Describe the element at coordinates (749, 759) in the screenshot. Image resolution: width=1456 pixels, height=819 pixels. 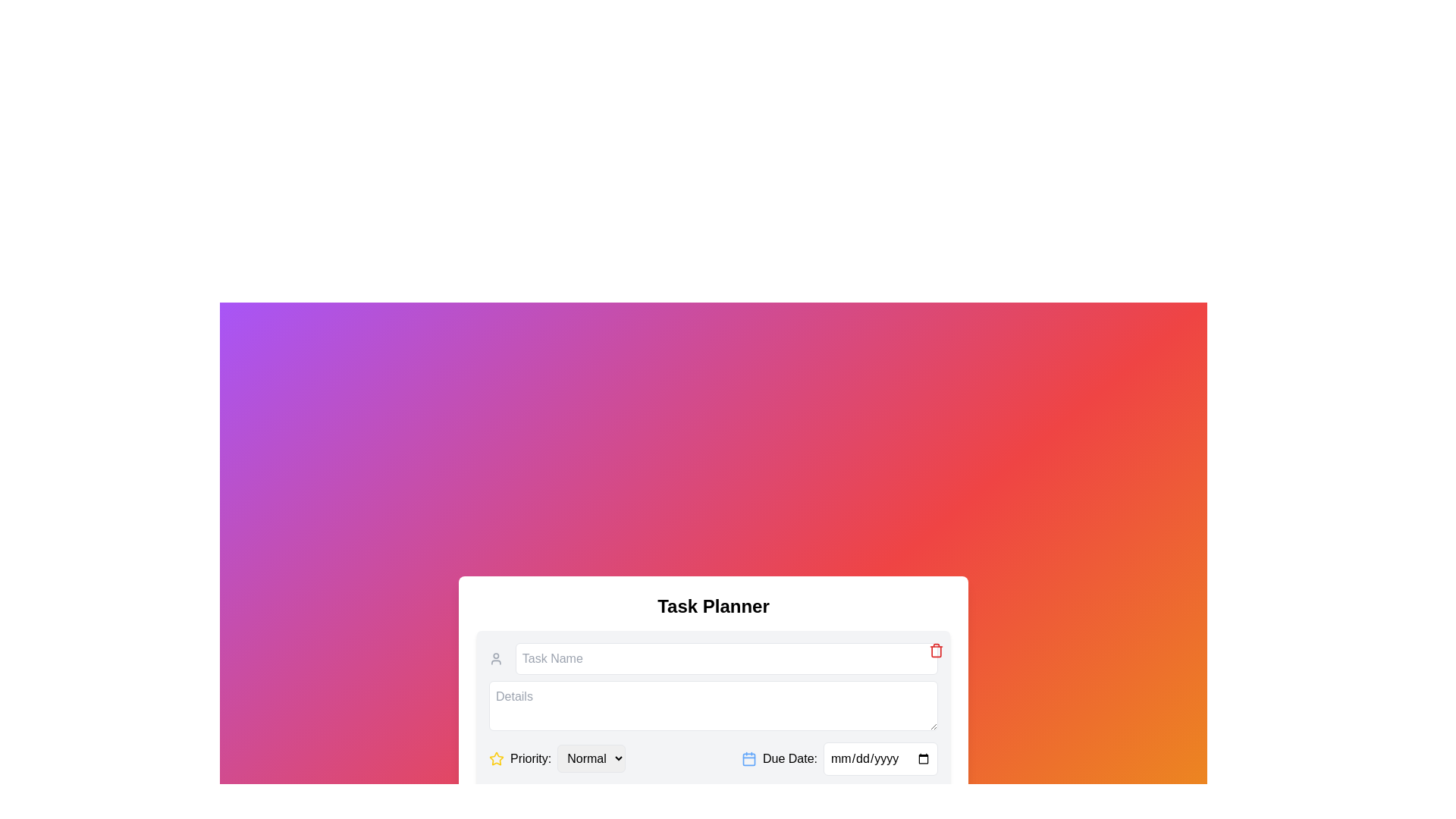
I see `the rectangular calendar icon component located at the bottom right of the task planner form, next to the 'Due Date' input field` at that location.